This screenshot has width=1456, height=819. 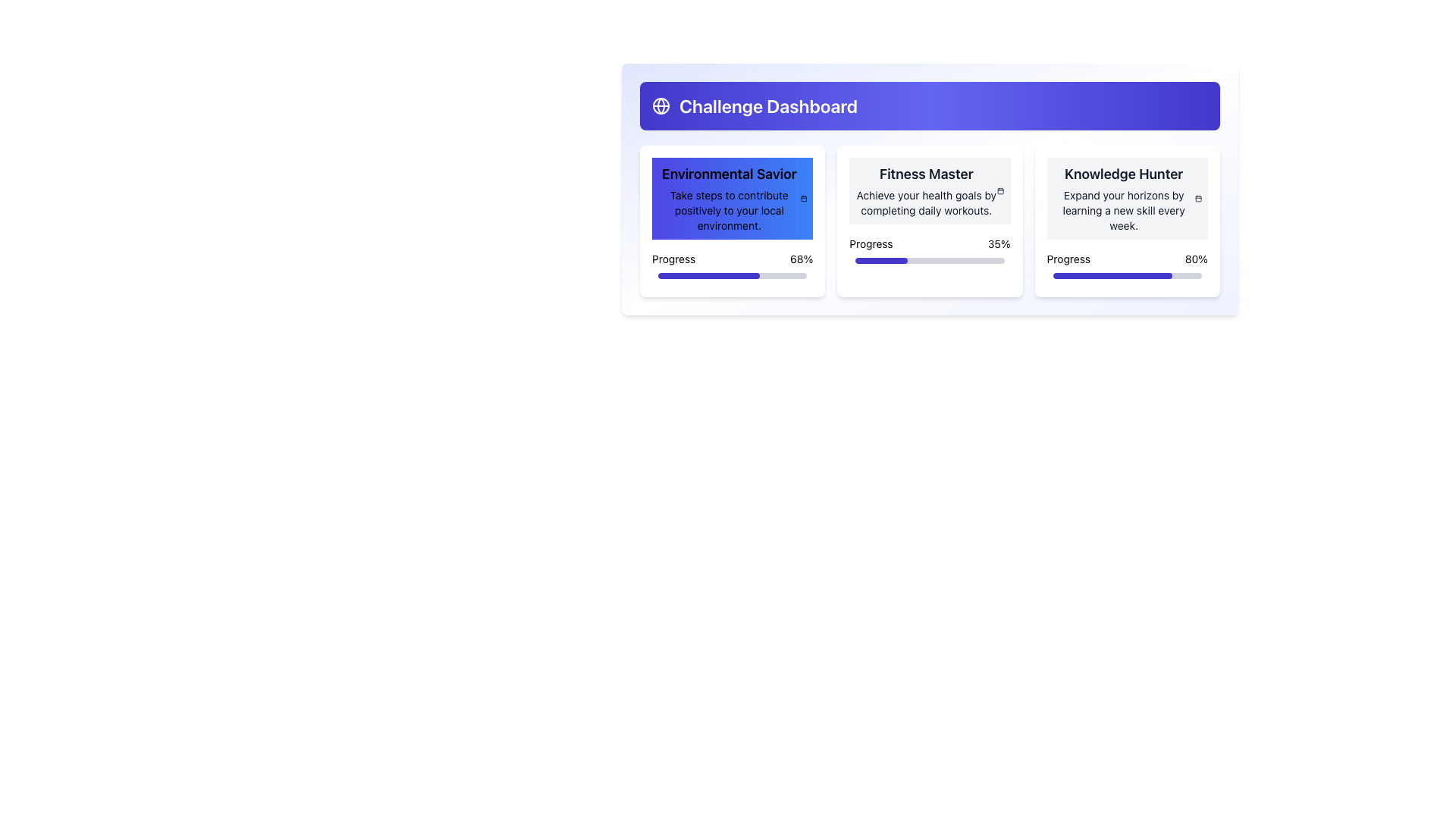 What do you see at coordinates (729, 174) in the screenshot?
I see `the 'Environmental Savior' text label that serves as the title for its corresponding card, positioned in the top-left quadrant of the card` at bounding box center [729, 174].